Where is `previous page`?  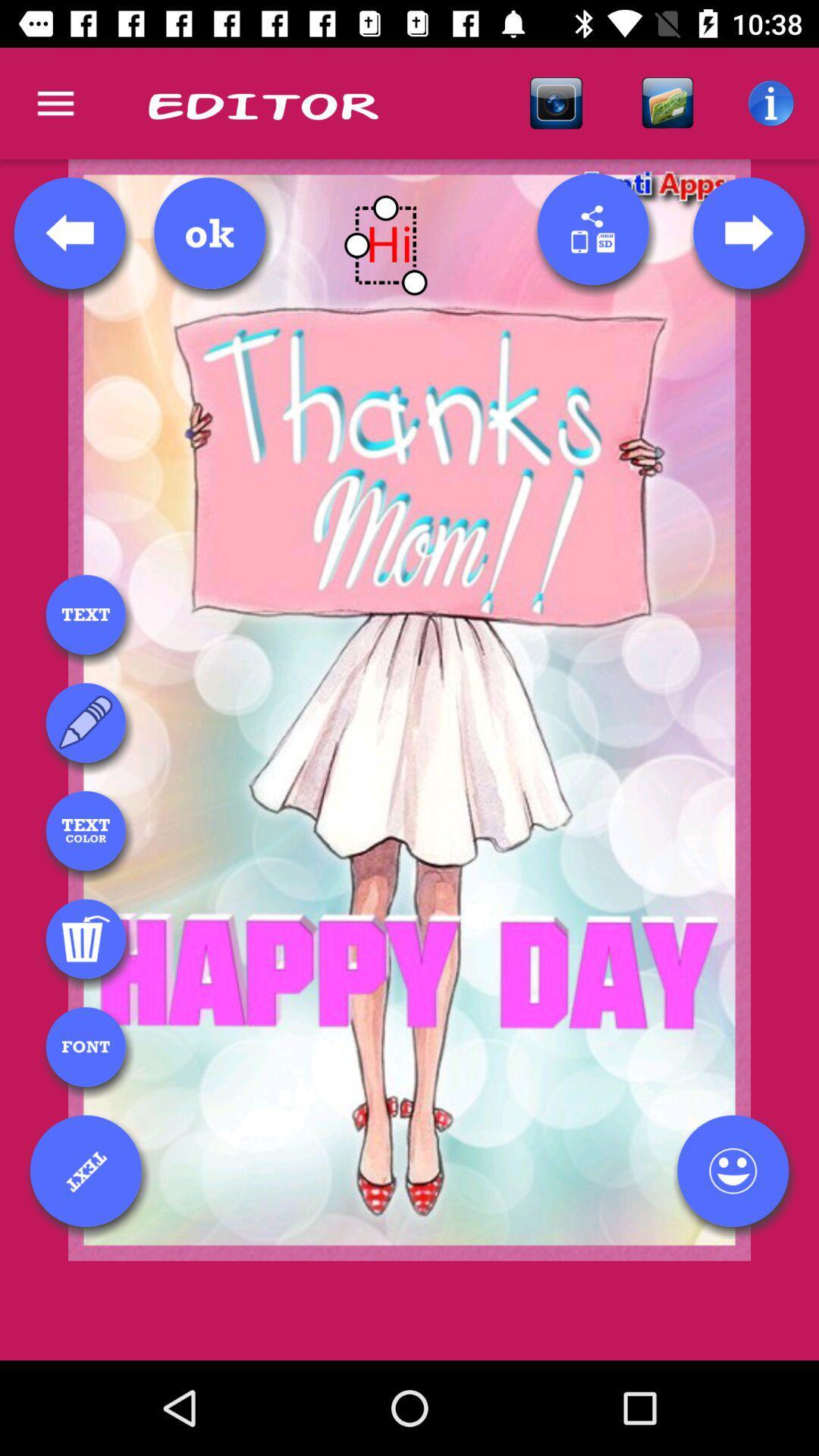 previous page is located at coordinates (70, 232).